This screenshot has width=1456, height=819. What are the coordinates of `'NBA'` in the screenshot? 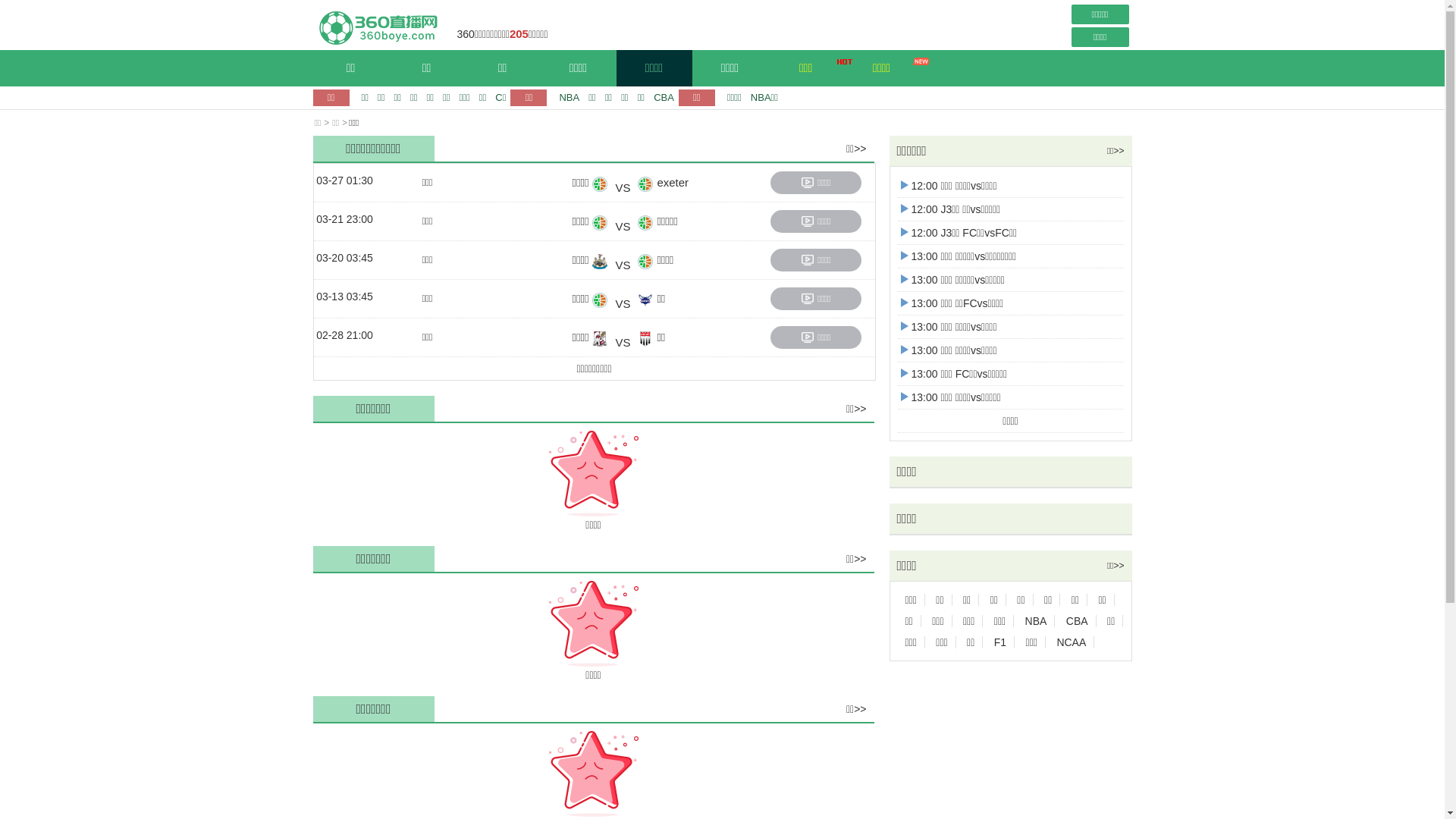 It's located at (558, 97).